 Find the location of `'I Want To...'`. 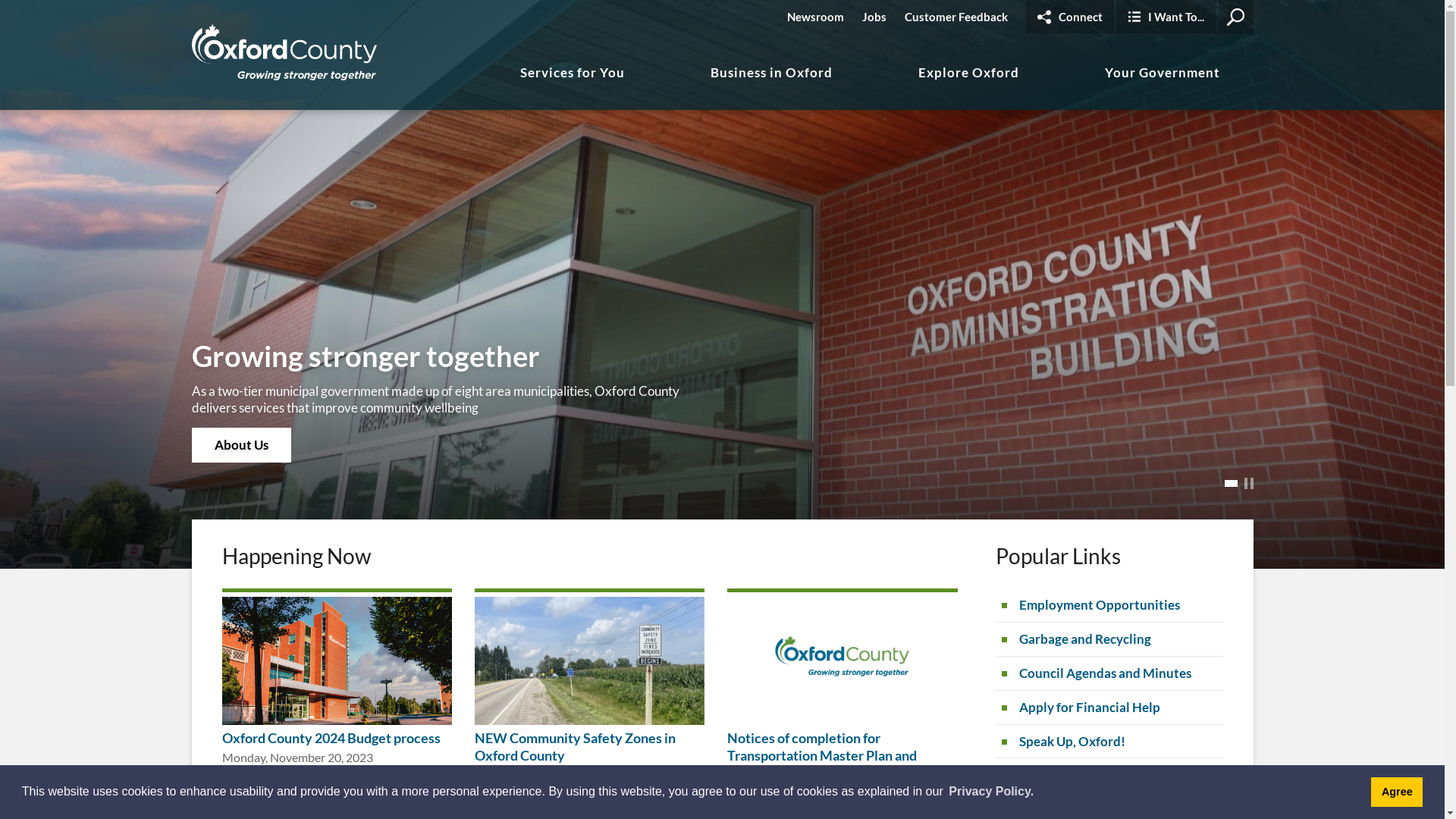

'I Want To...' is located at coordinates (1165, 17).